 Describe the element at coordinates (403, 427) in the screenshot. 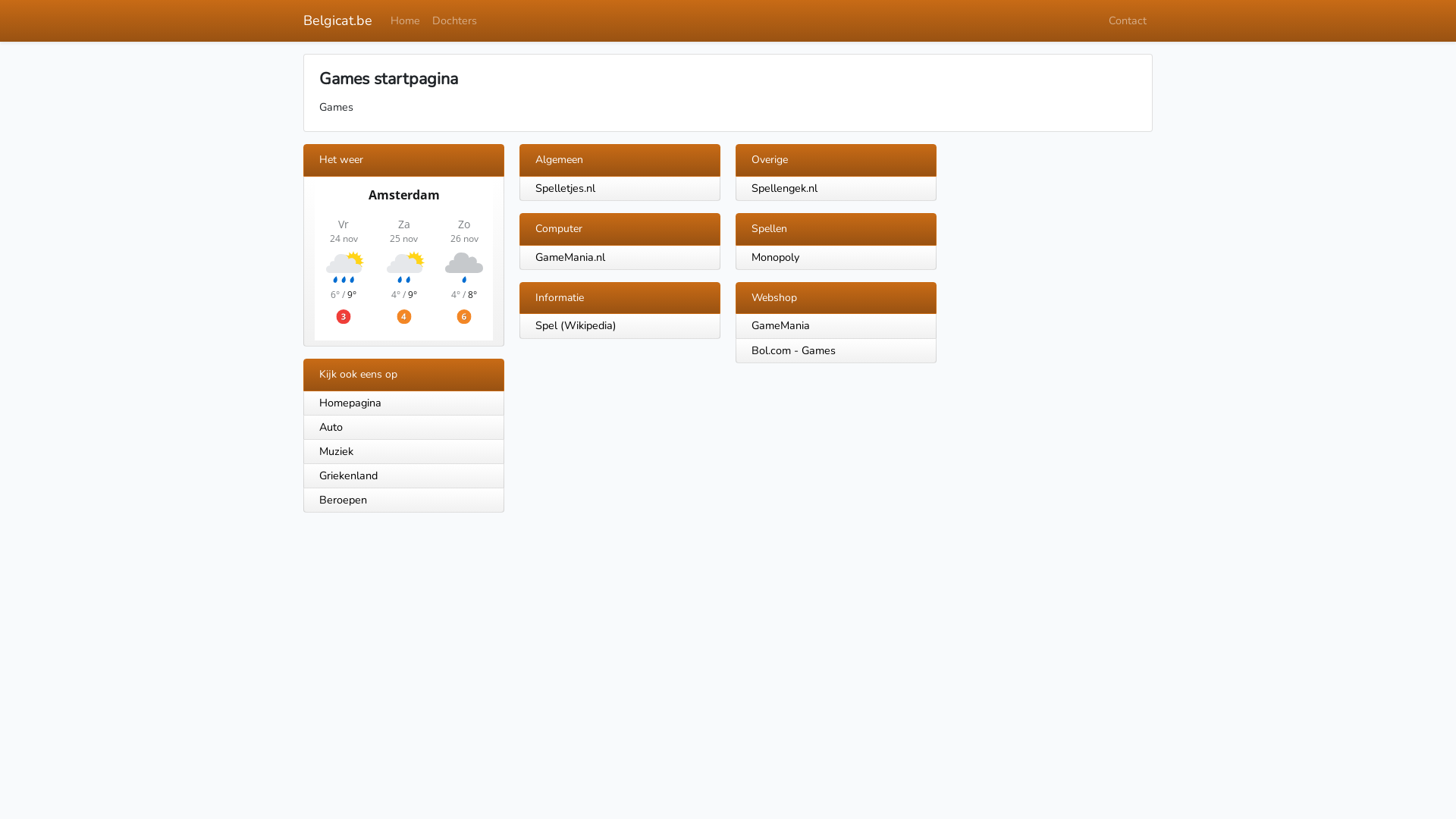

I see `'Auto'` at that location.